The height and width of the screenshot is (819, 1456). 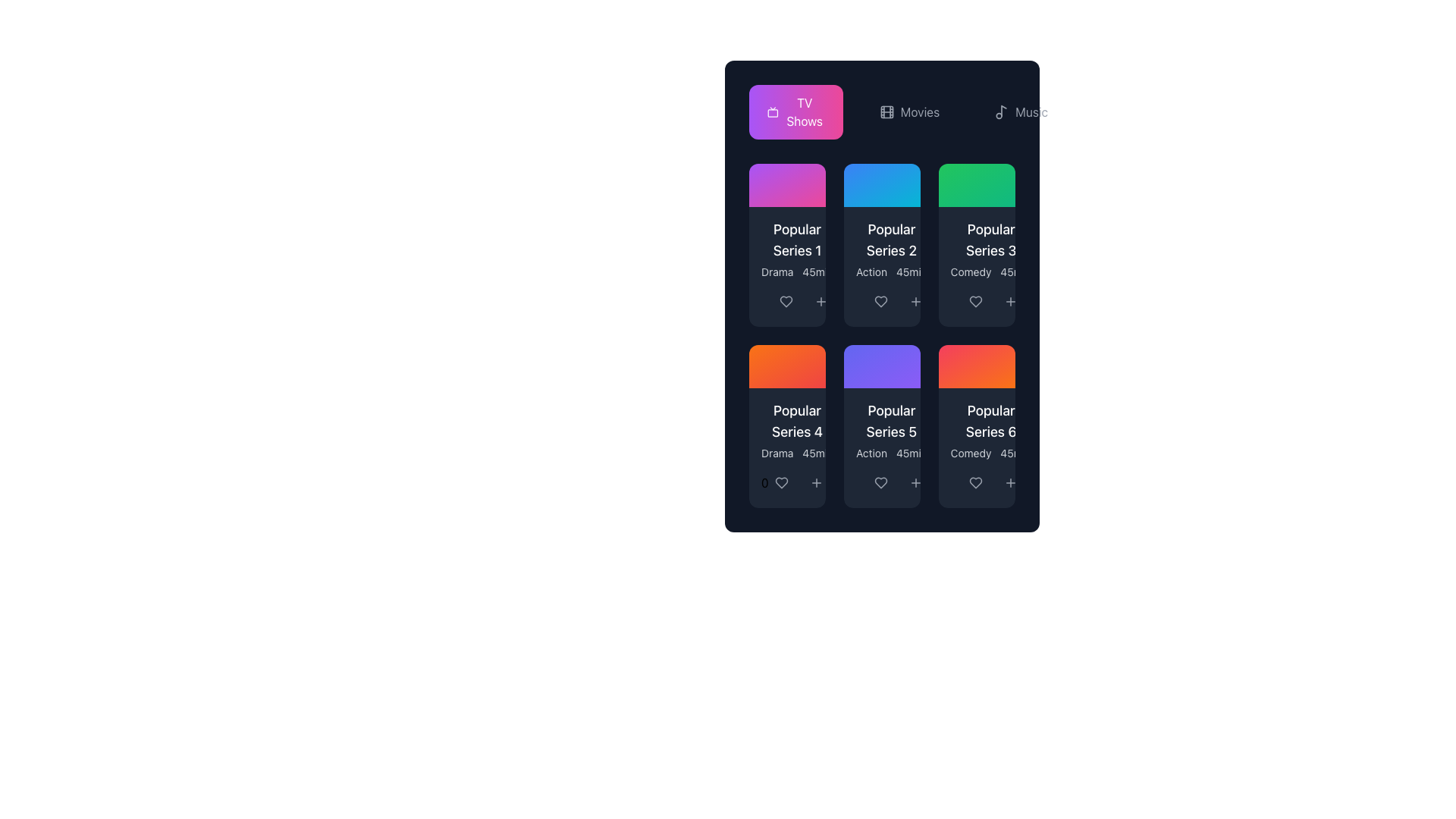 What do you see at coordinates (975, 482) in the screenshot?
I see `the heart icon located at the bottom section of the card for 'Popular Series 6' to mark the item as favorite` at bounding box center [975, 482].